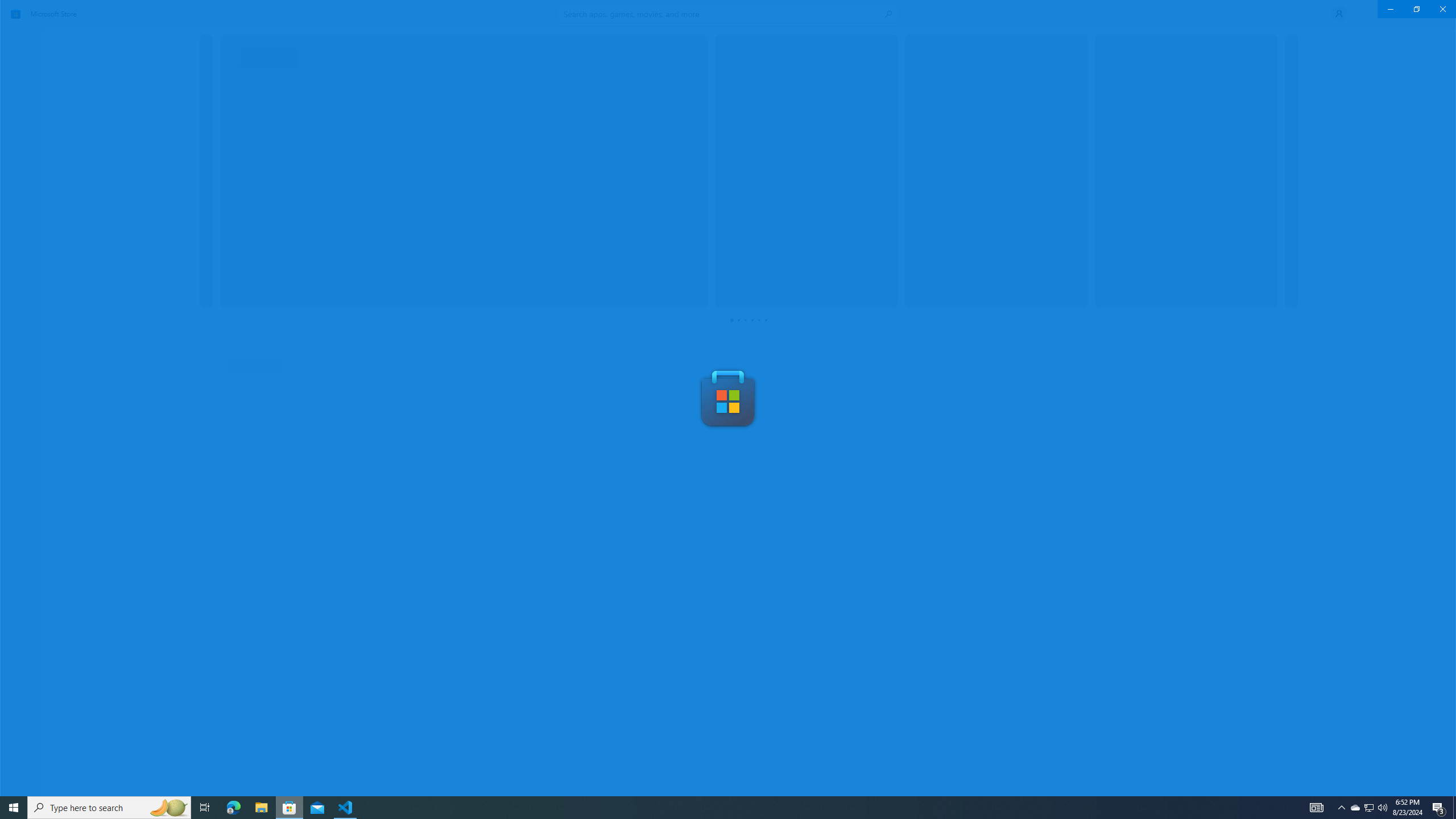 This screenshot has width=1456, height=819. Describe the element at coordinates (728, 397) in the screenshot. I see `'AutomationID: NavigationControl'` at that location.